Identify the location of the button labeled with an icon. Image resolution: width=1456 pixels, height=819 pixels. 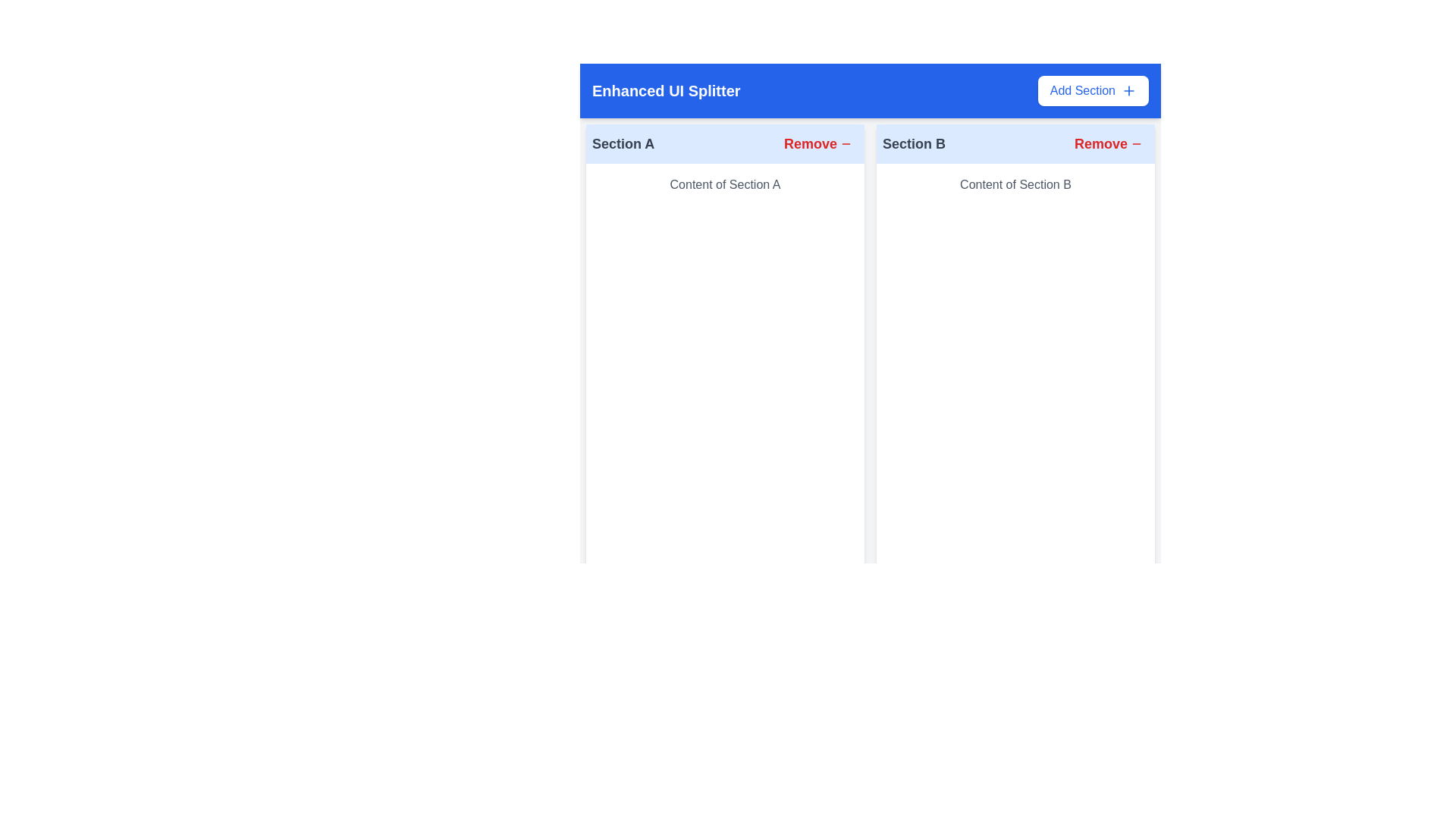
(817, 143).